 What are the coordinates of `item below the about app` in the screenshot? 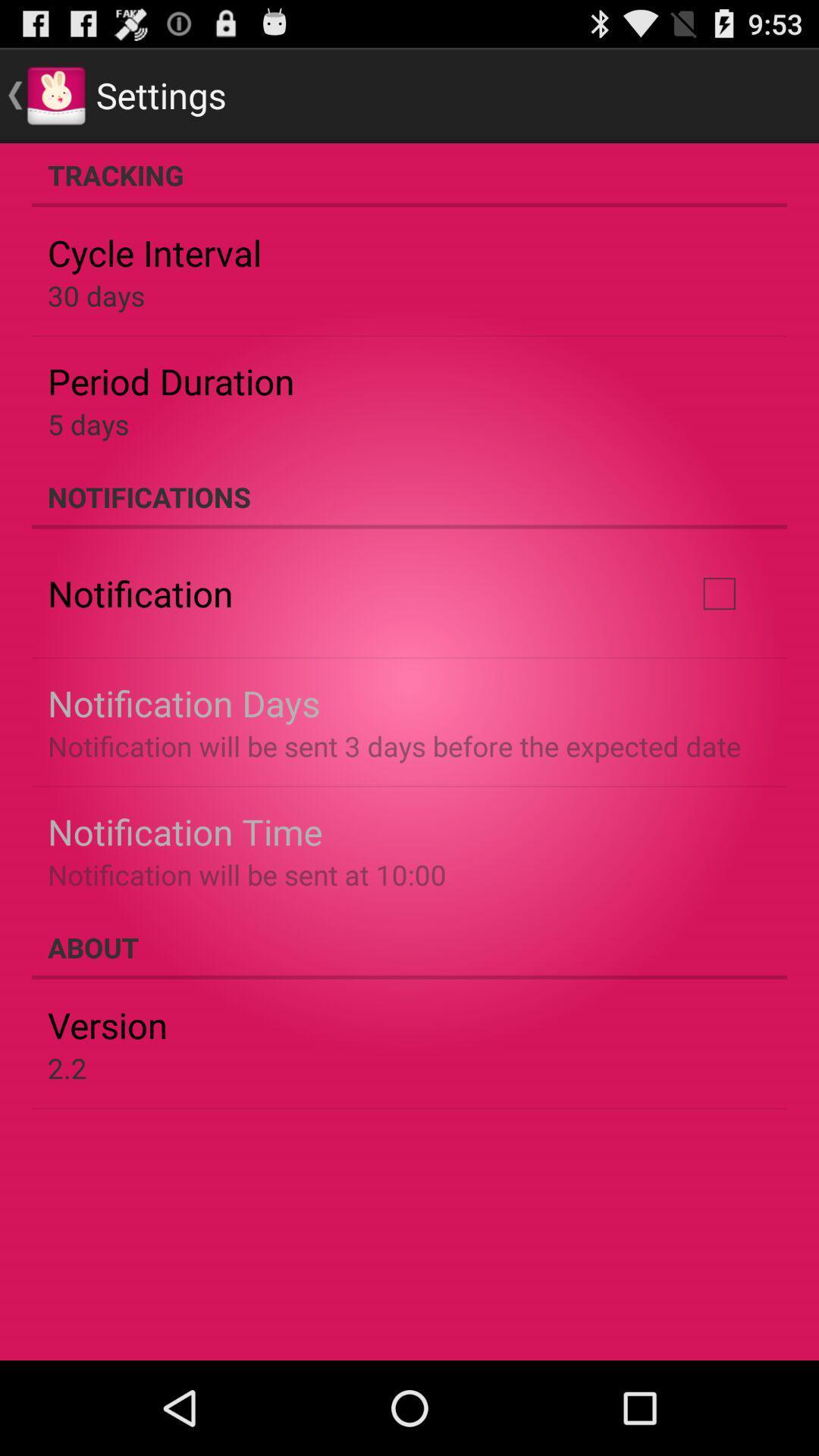 It's located at (107, 1025).